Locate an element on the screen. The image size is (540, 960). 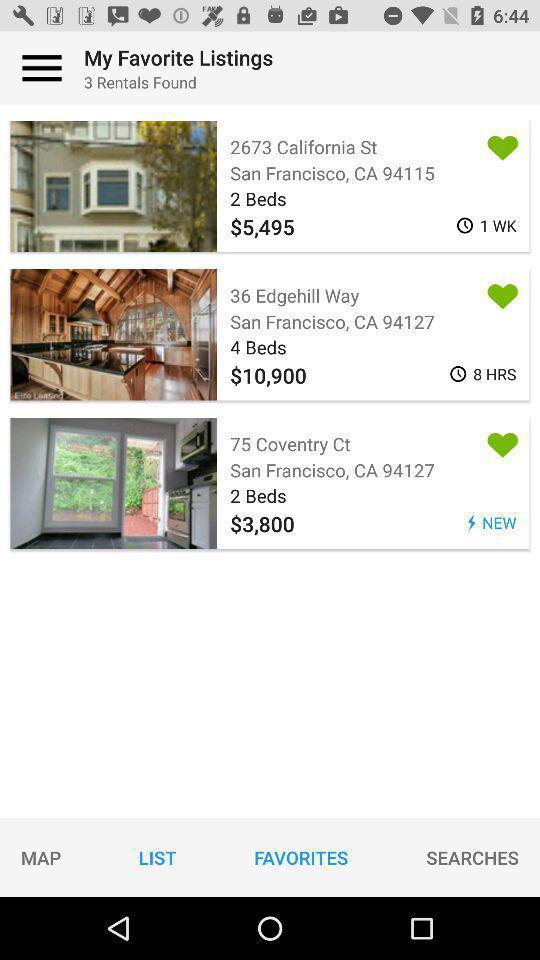
open menu is located at coordinates (42, 68).